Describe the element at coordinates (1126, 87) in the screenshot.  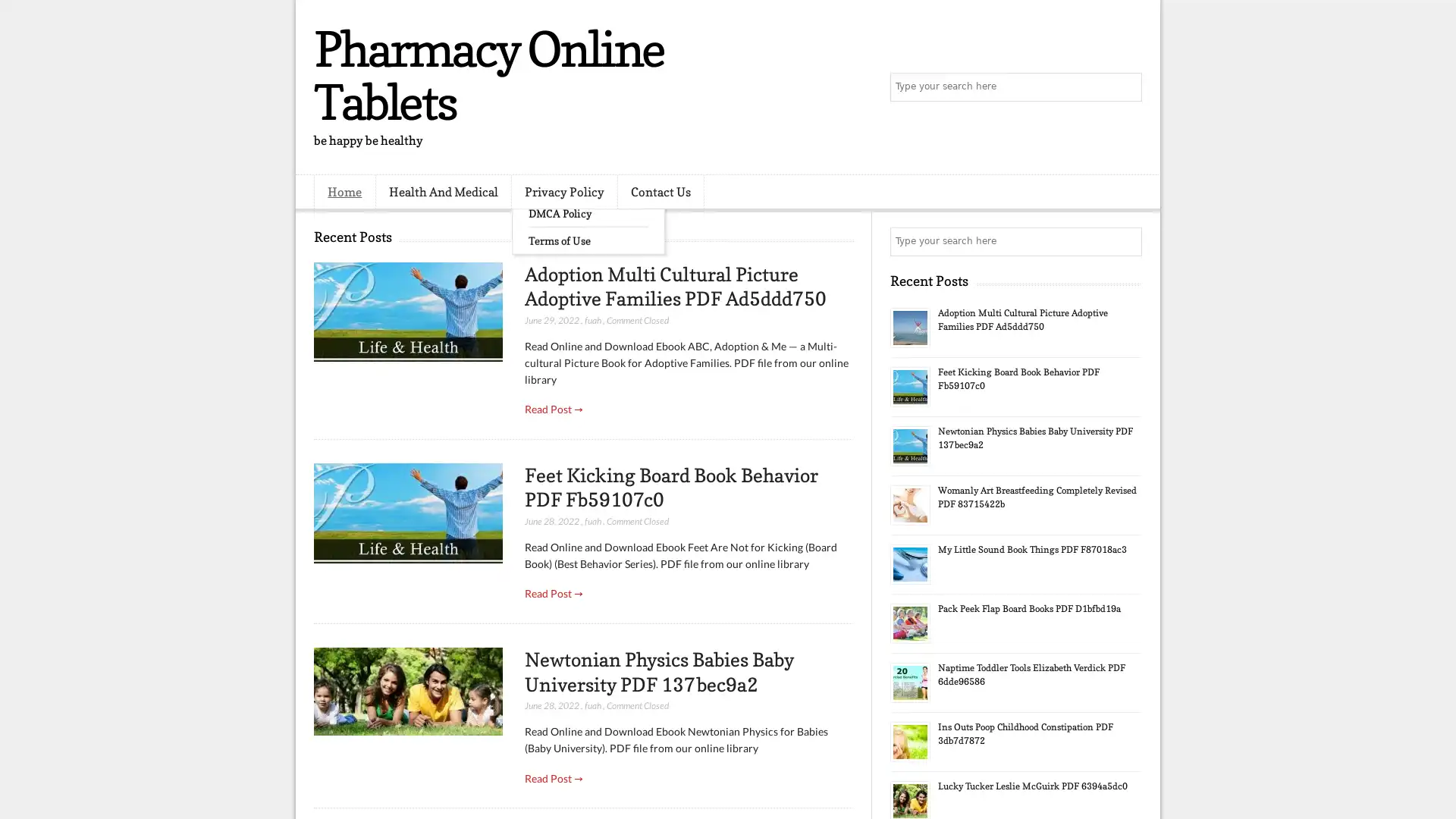
I see `Search` at that location.